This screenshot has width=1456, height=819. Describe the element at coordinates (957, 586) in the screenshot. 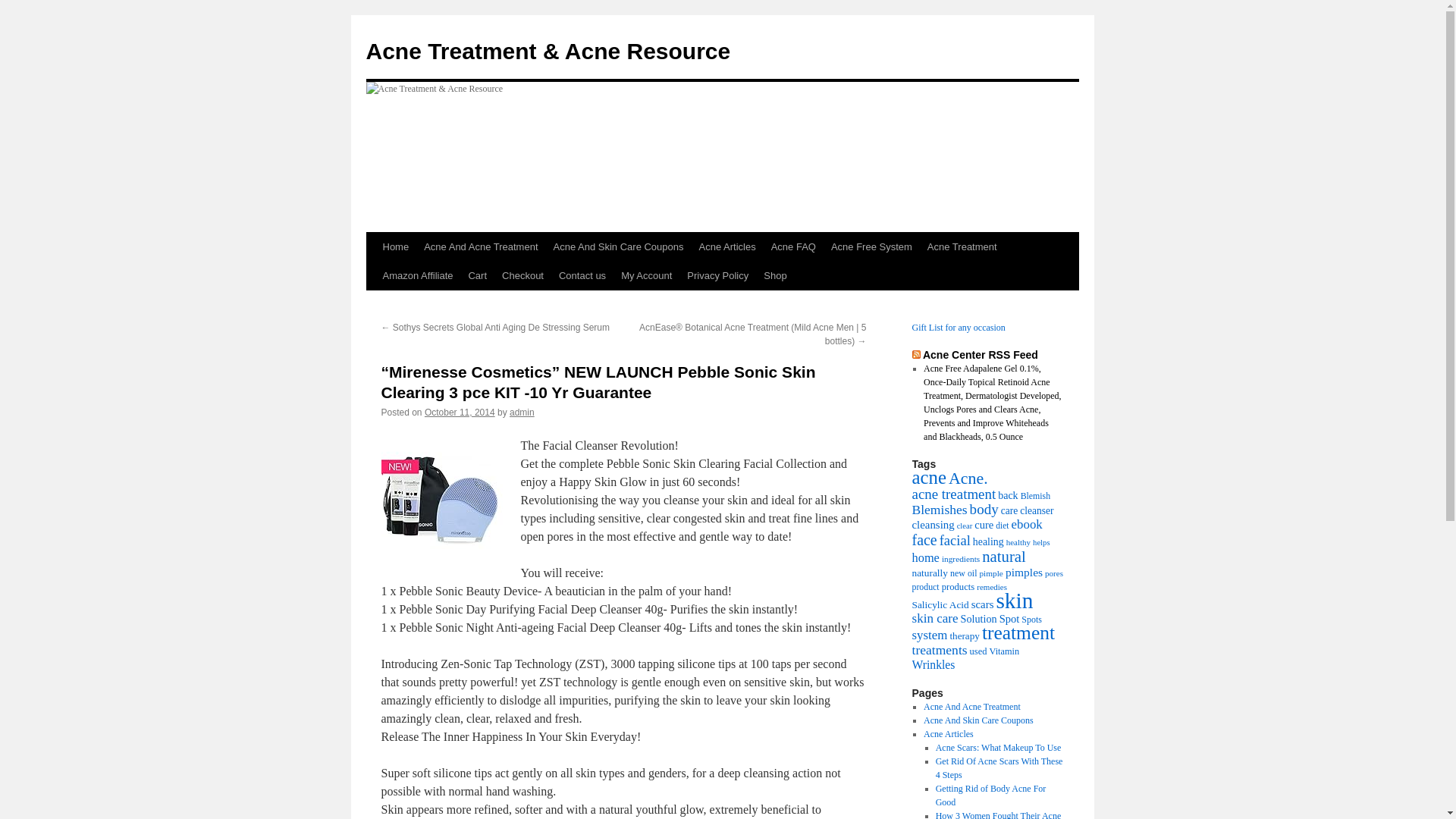

I see `'products'` at that location.